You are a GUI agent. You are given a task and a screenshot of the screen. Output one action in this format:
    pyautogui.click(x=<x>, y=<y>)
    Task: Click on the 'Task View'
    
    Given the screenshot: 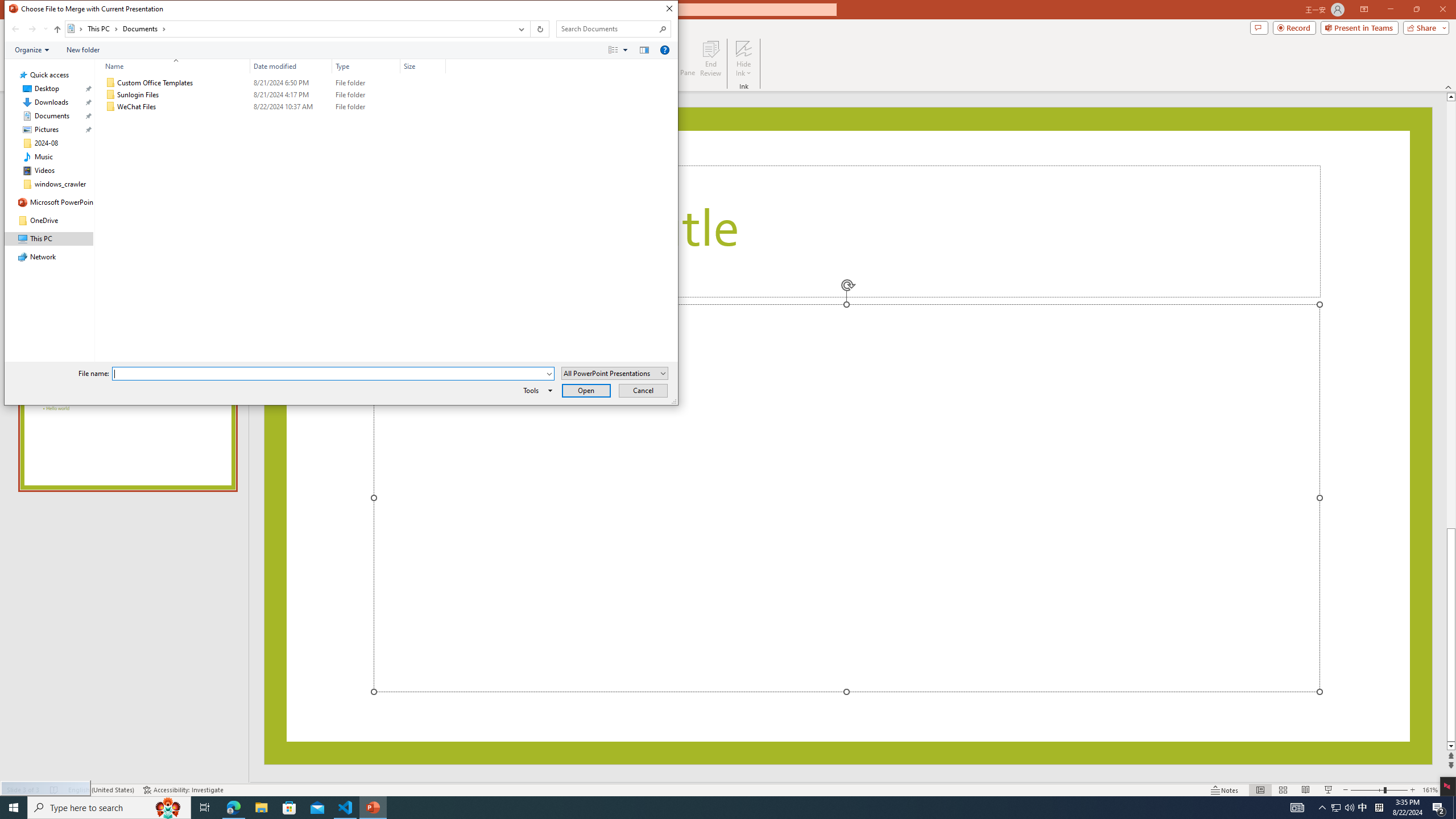 What is the action you would take?
    pyautogui.click(x=204, y=806)
    